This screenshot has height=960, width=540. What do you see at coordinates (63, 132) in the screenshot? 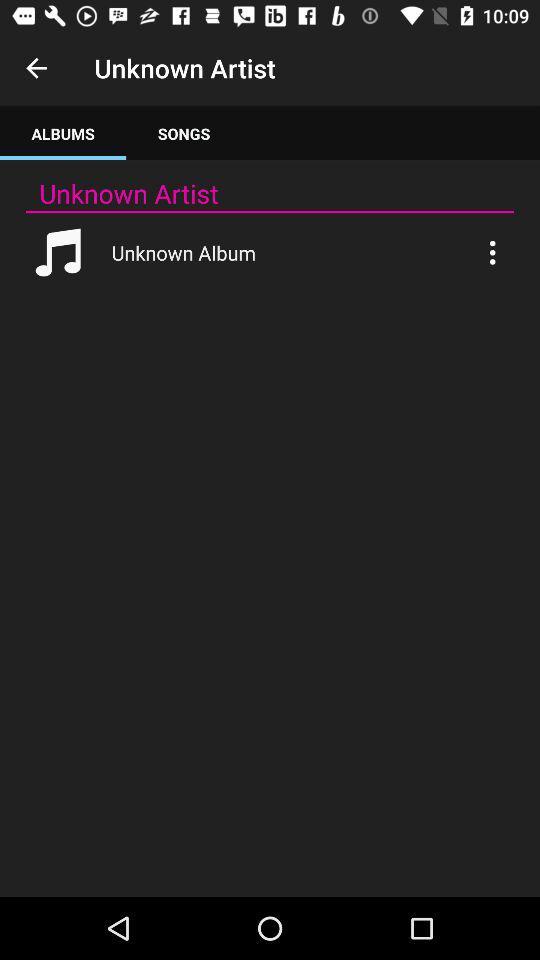
I see `app next to songs item` at bounding box center [63, 132].